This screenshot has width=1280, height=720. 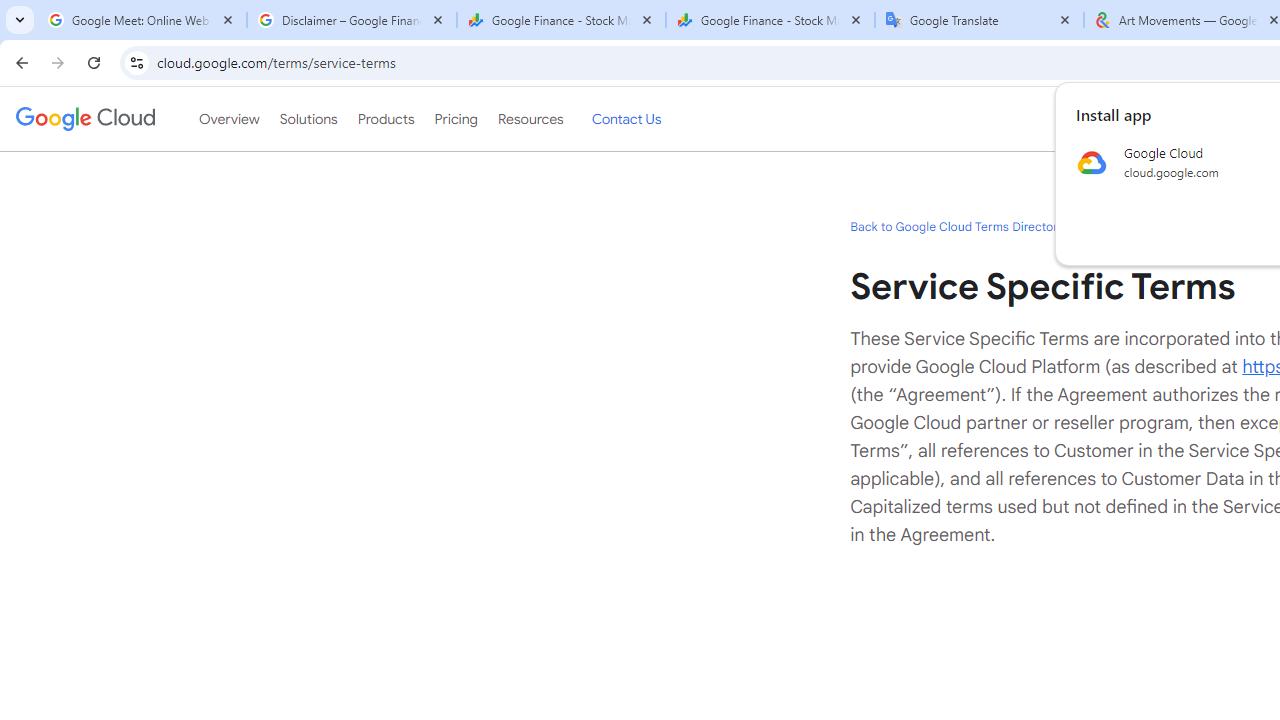 What do you see at coordinates (84, 119) in the screenshot?
I see `'Google Cloud'` at bounding box center [84, 119].